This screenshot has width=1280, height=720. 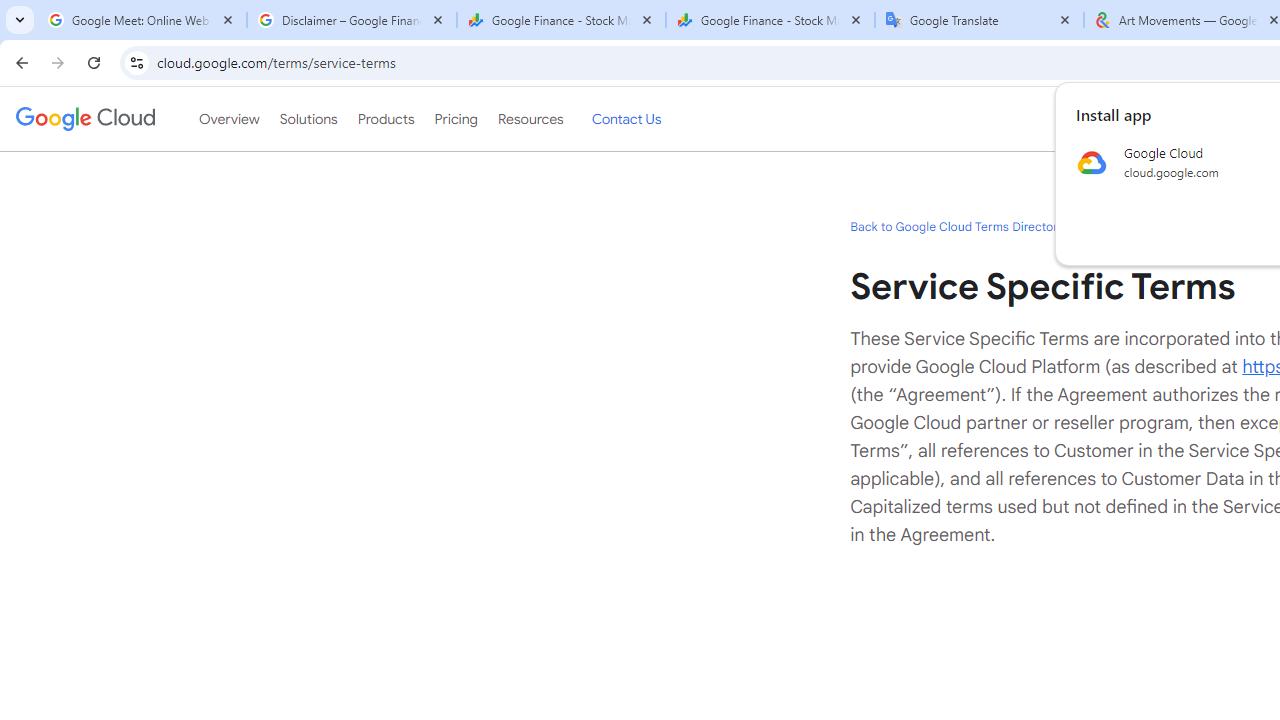 What do you see at coordinates (84, 119) in the screenshot?
I see `'Google Cloud'` at bounding box center [84, 119].